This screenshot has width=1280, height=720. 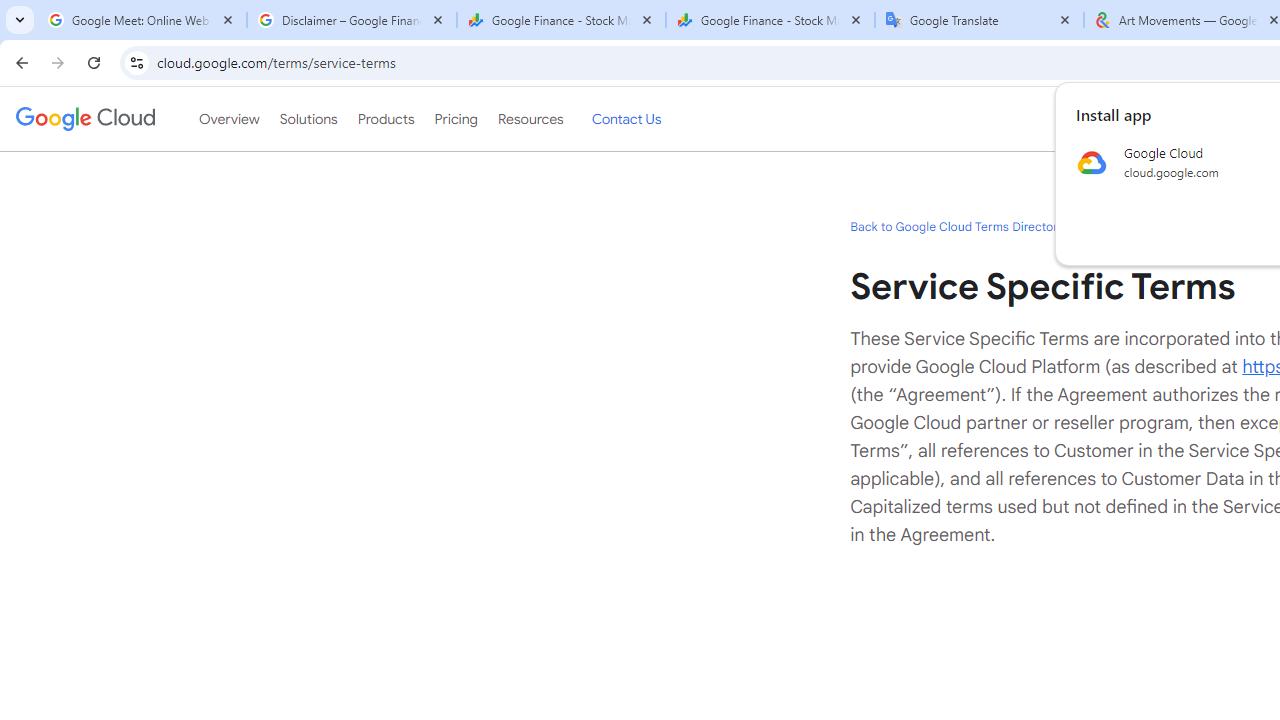 What do you see at coordinates (84, 119) in the screenshot?
I see `'Google Cloud'` at bounding box center [84, 119].